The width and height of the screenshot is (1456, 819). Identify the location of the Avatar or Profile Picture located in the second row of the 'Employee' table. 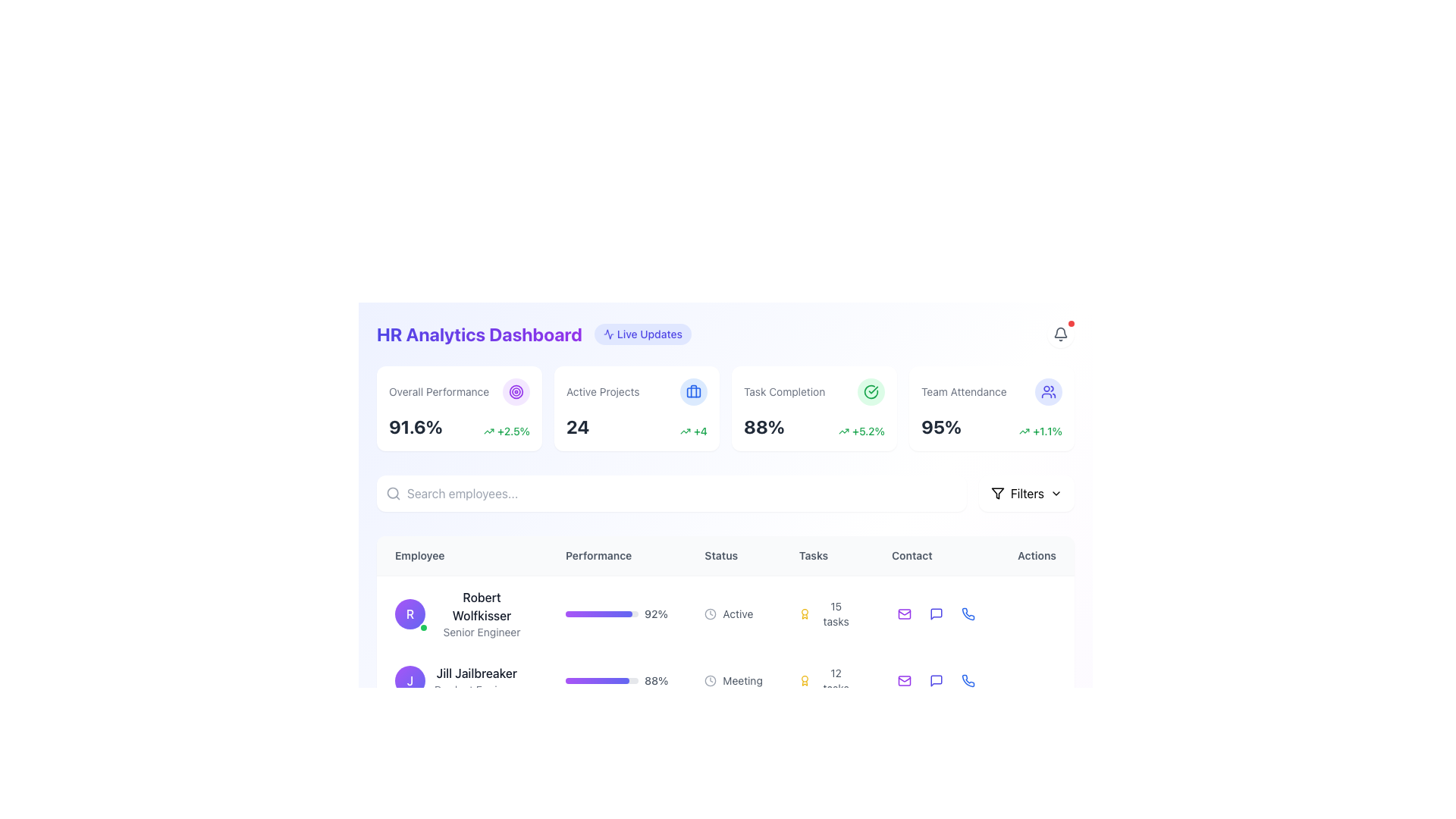
(410, 680).